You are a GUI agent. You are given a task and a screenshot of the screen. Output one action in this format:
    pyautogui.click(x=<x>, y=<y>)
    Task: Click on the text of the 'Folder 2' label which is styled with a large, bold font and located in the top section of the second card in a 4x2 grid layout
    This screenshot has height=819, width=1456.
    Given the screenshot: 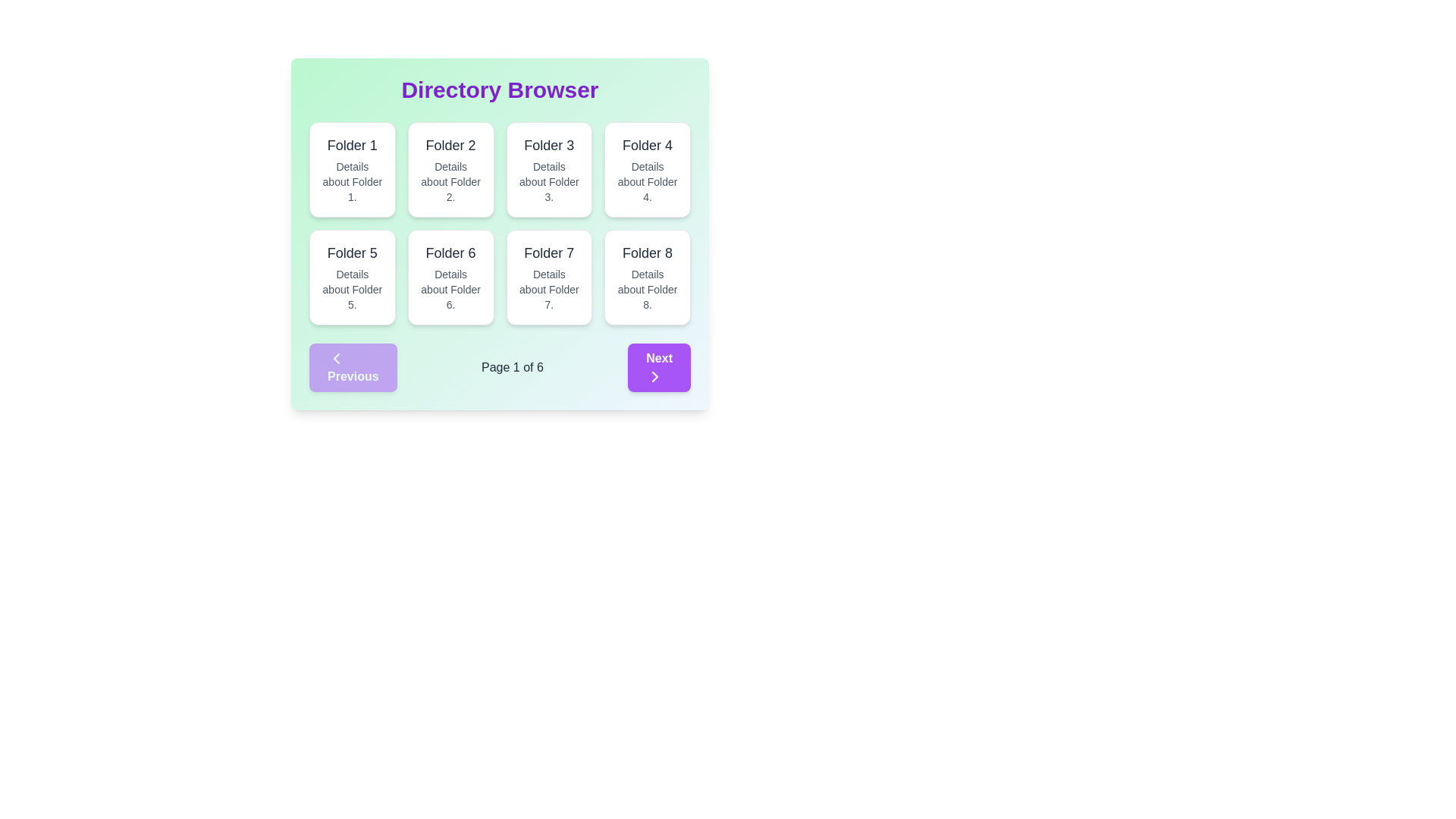 What is the action you would take?
    pyautogui.click(x=450, y=146)
    